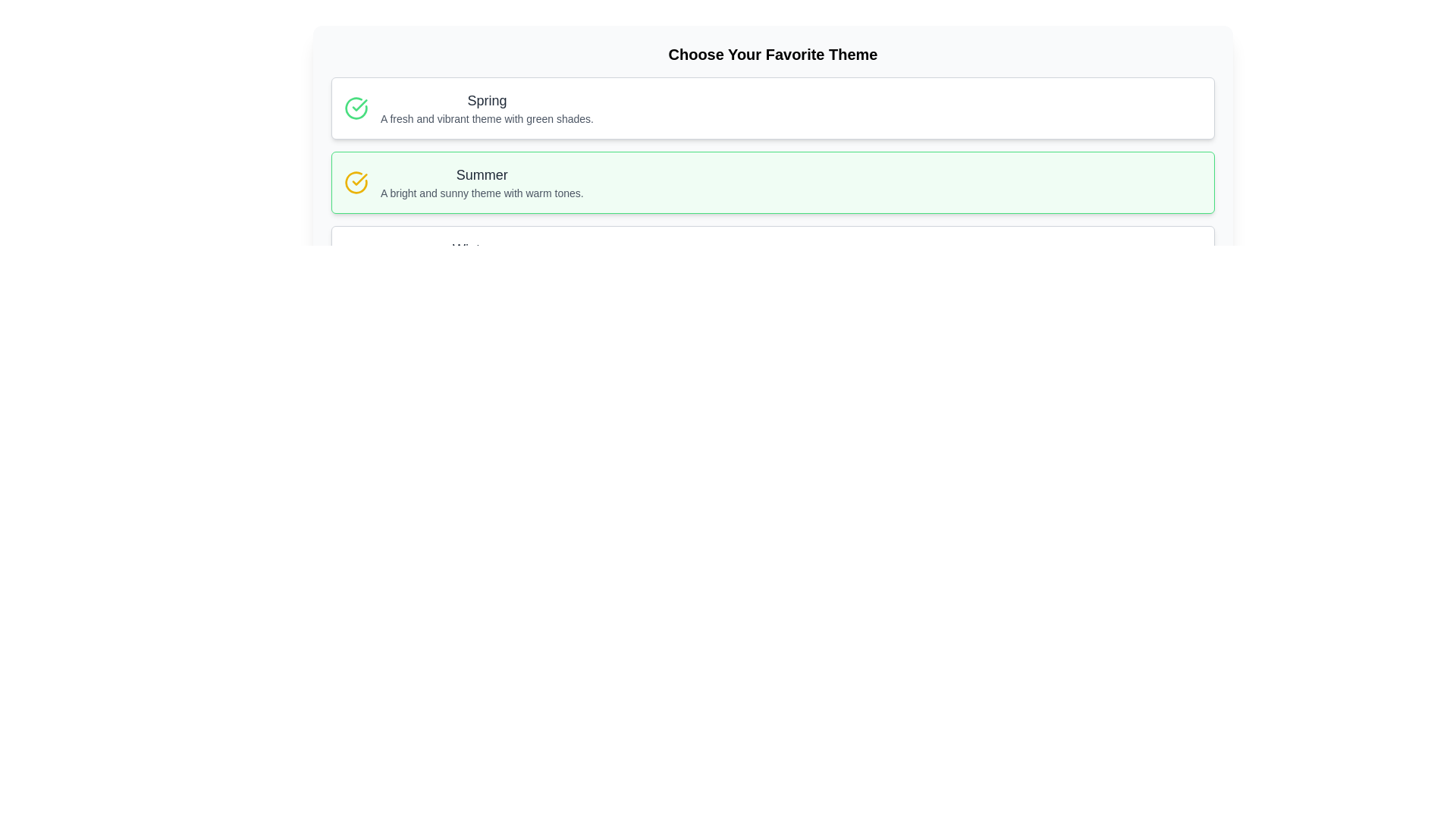  Describe the element at coordinates (356, 181) in the screenshot. I see `the circular yellow checkmark icon located in the second card titled 'Summer'` at that location.